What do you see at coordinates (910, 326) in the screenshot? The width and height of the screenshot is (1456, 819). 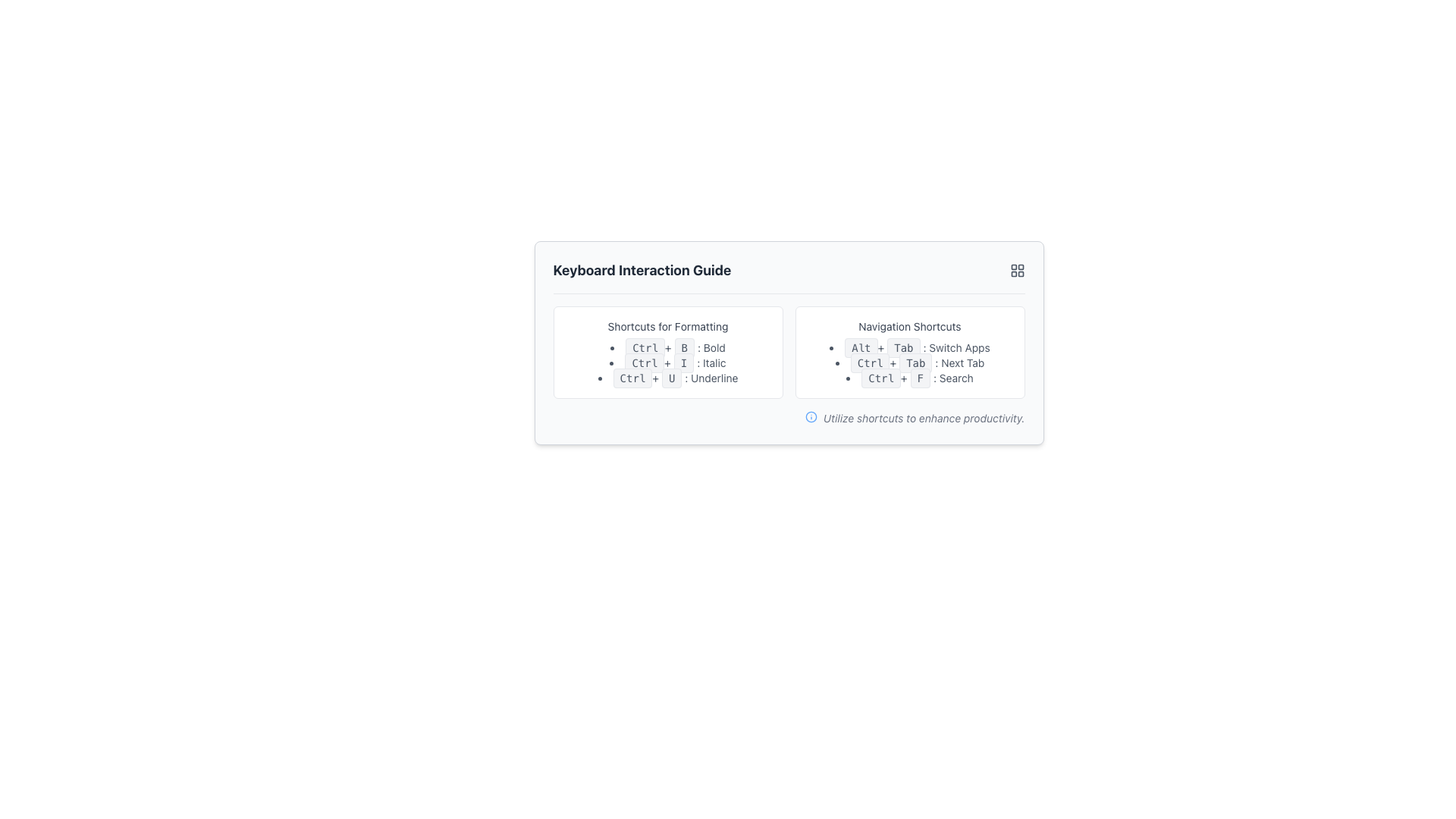 I see `the text label 'Navigation Shortcuts', which is styled with a small bold font and gray color, located at the top of the keyboard shortcuts list` at bounding box center [910, 326].